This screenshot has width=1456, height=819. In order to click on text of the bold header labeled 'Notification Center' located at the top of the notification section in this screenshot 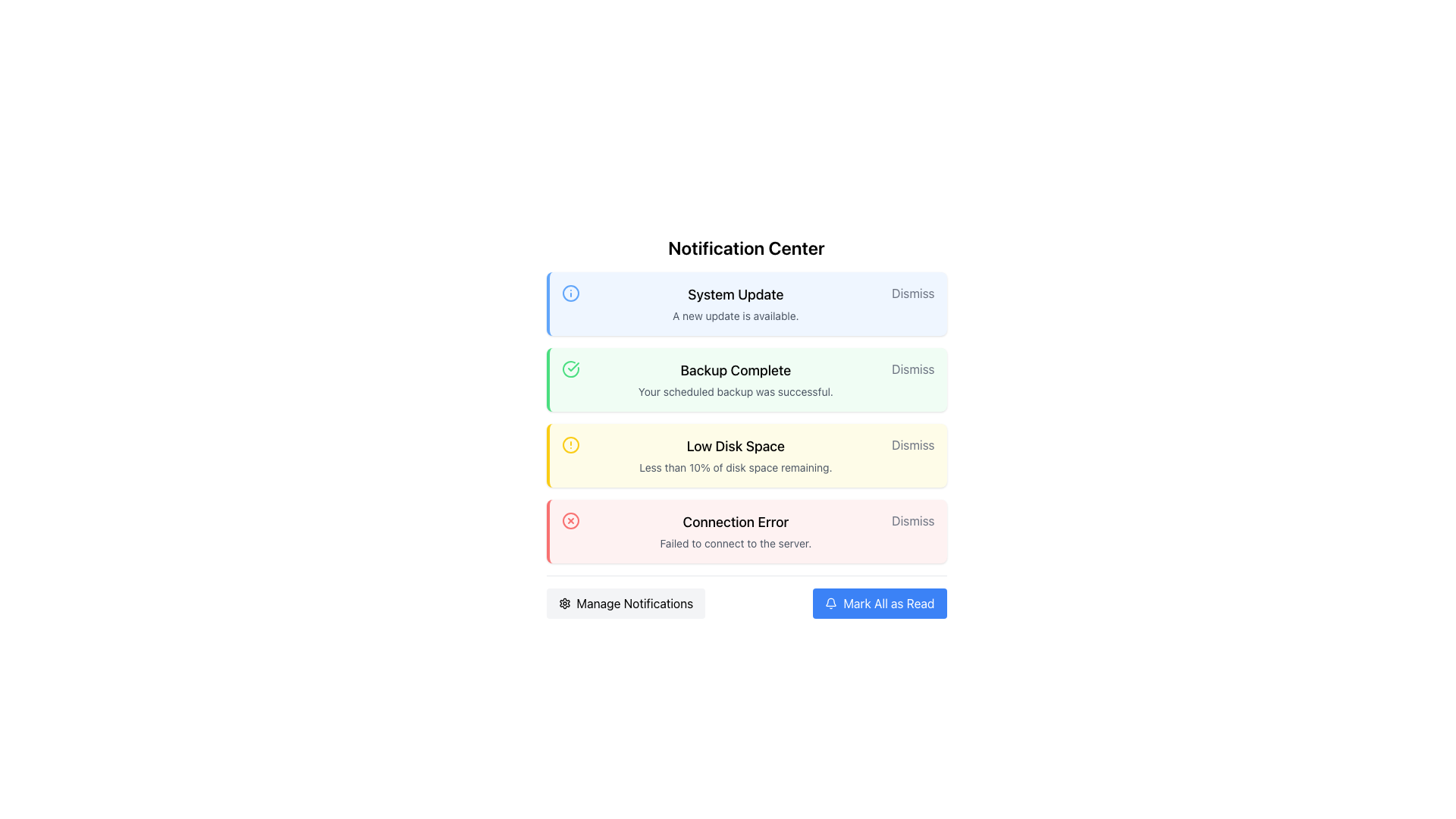, I will do `click(746, 247)`.